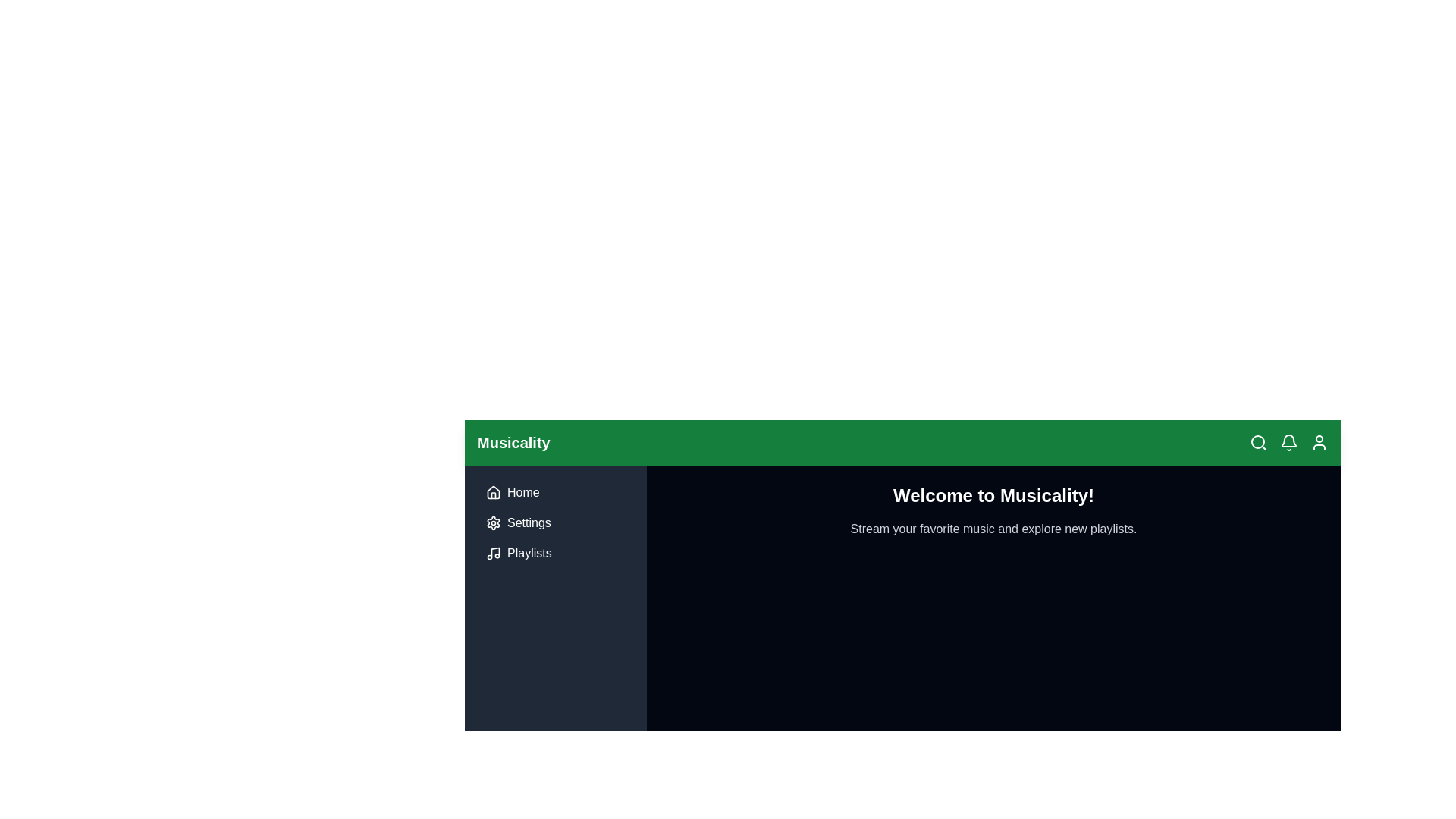 The height and width of the screenshot is (819, 1456). Describe the element at coordinates (494, 493) in the screenshot. I see `the house-like icon, which is part of the 'Home' button in the navigation panel` at that location.